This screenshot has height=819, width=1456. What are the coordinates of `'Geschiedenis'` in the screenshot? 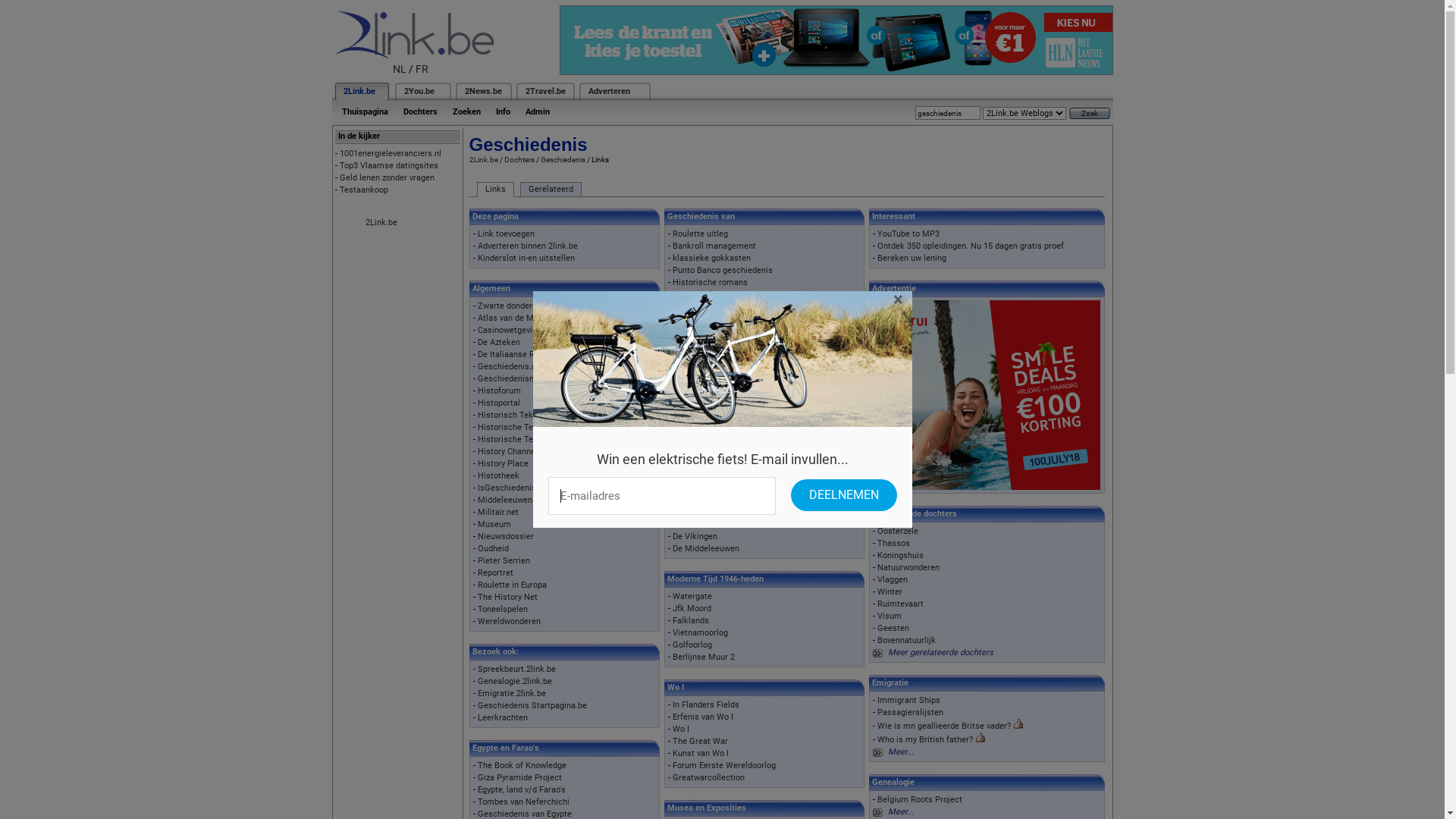 It's located at (539, 159).